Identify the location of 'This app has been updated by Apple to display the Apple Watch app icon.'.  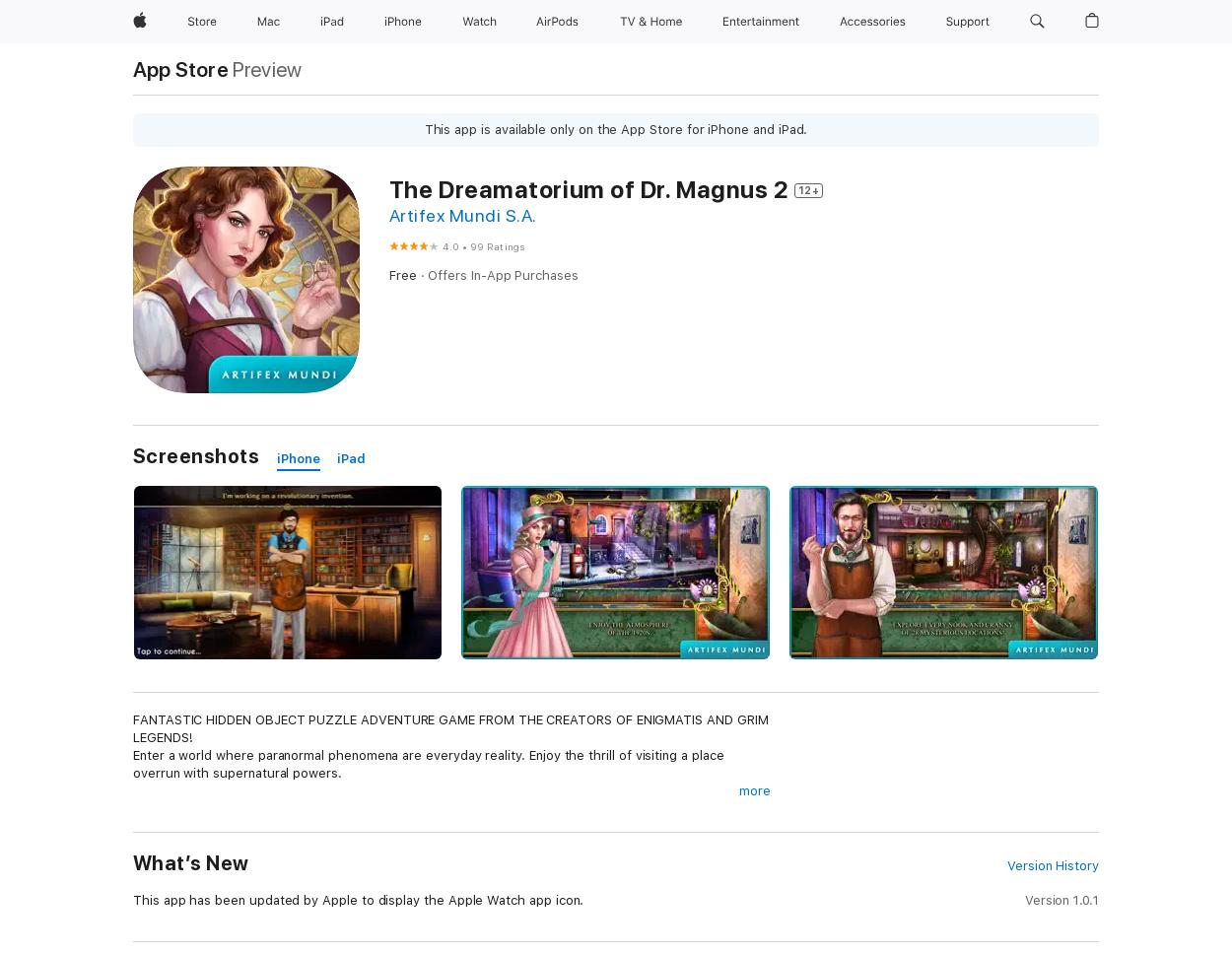
(357, 900).